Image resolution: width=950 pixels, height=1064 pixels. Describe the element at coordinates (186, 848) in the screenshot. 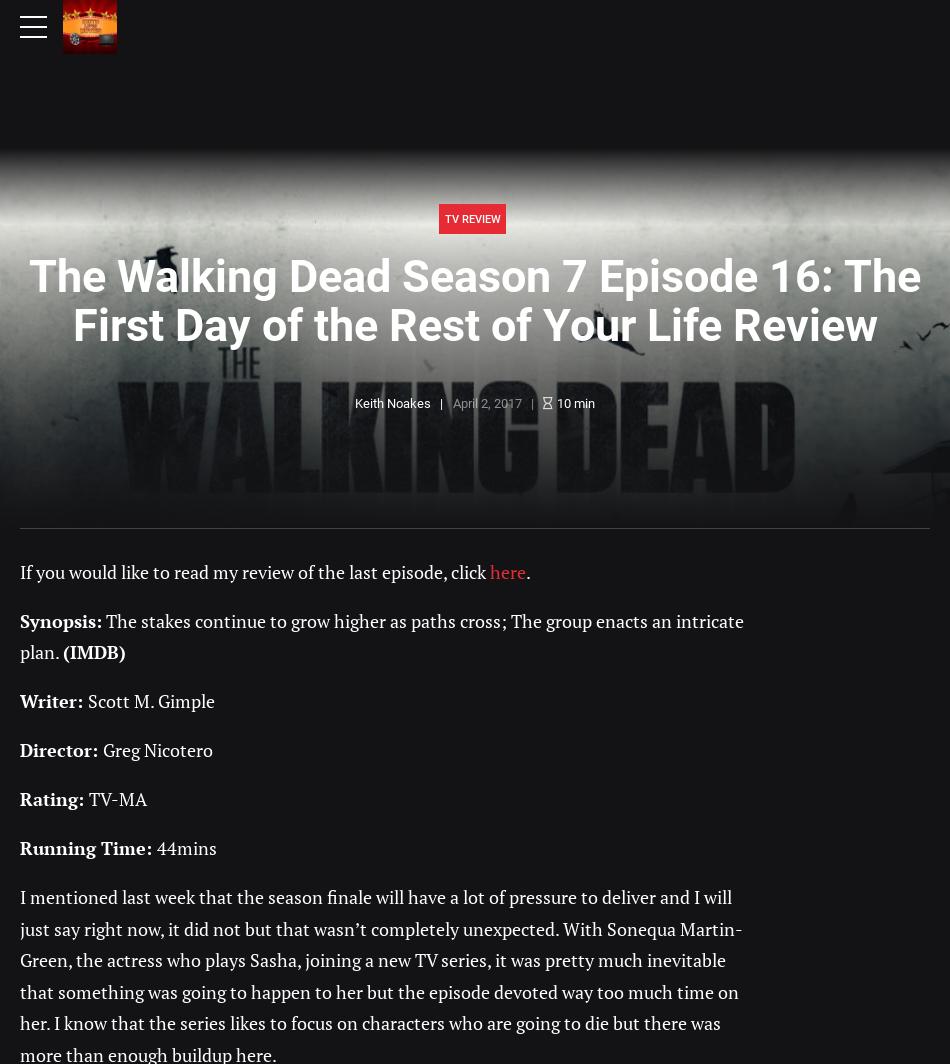

I see `'44mins'` at that location.